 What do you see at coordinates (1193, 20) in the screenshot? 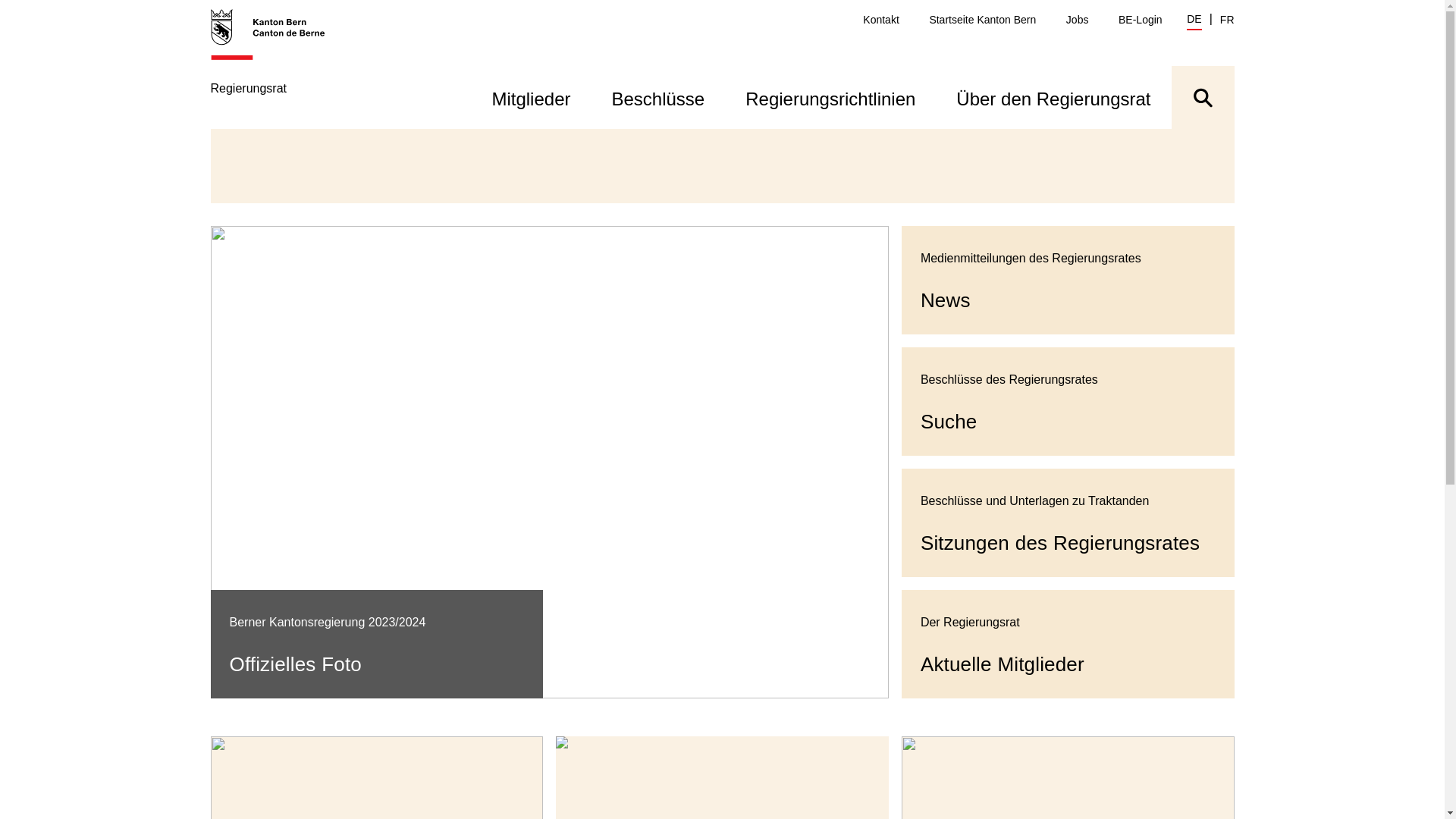
I see `'DE'` at bounding box center [1193, 20].